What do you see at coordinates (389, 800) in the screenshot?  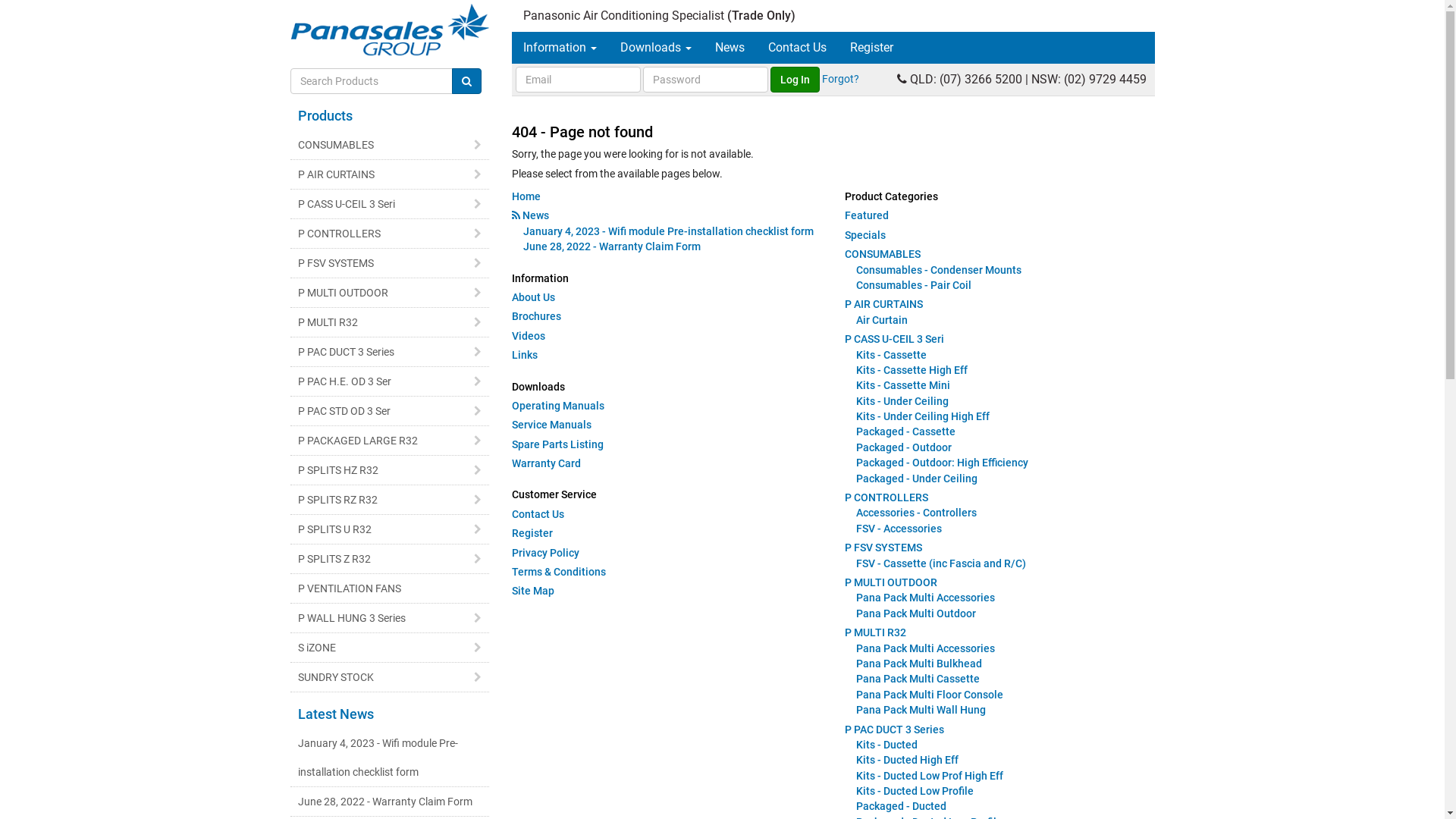 I see `'June 28, 2022 - Warranty Claim Form'` at bounding box center [389, 800].